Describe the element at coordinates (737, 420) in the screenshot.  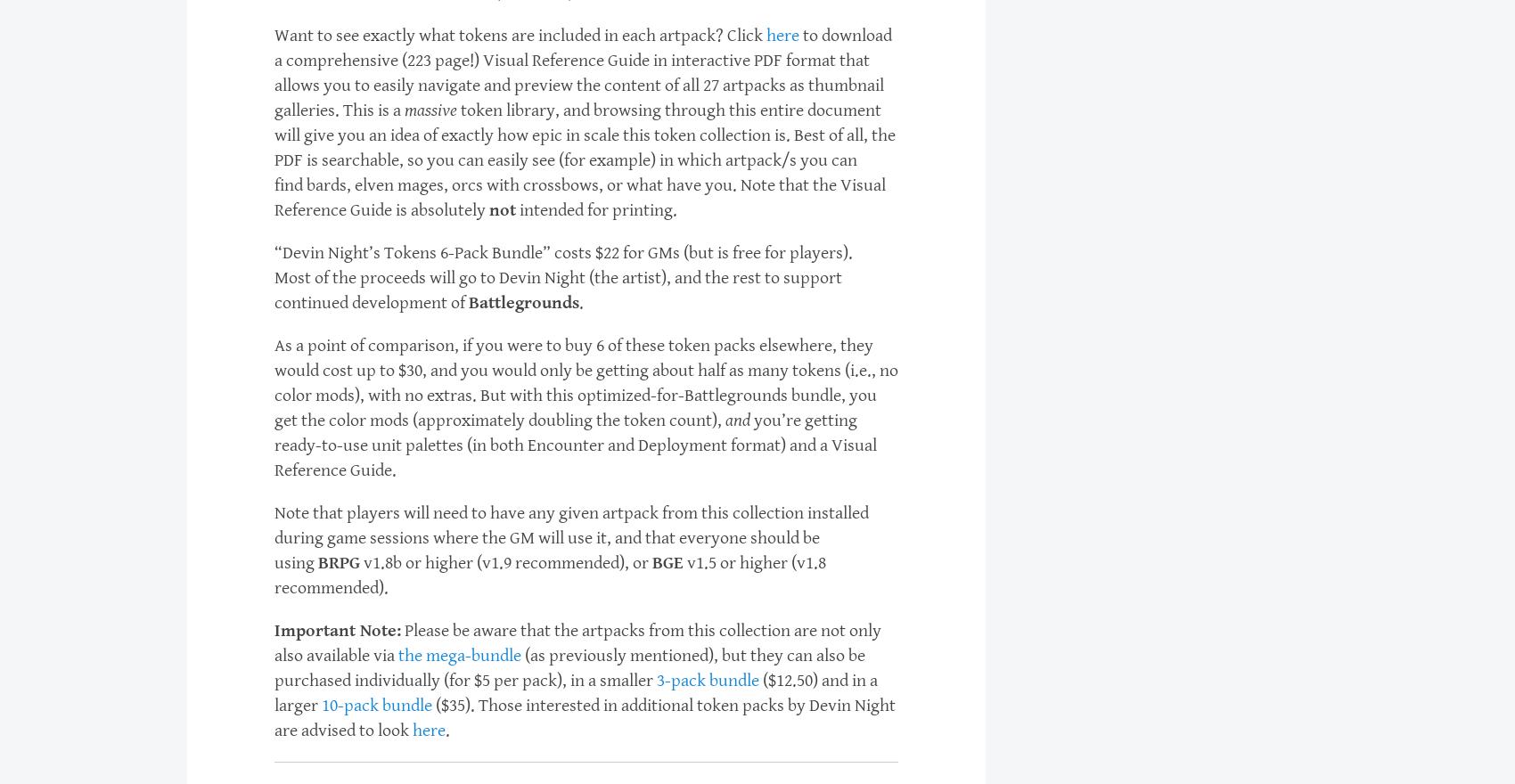
I see `'and'` at that location.